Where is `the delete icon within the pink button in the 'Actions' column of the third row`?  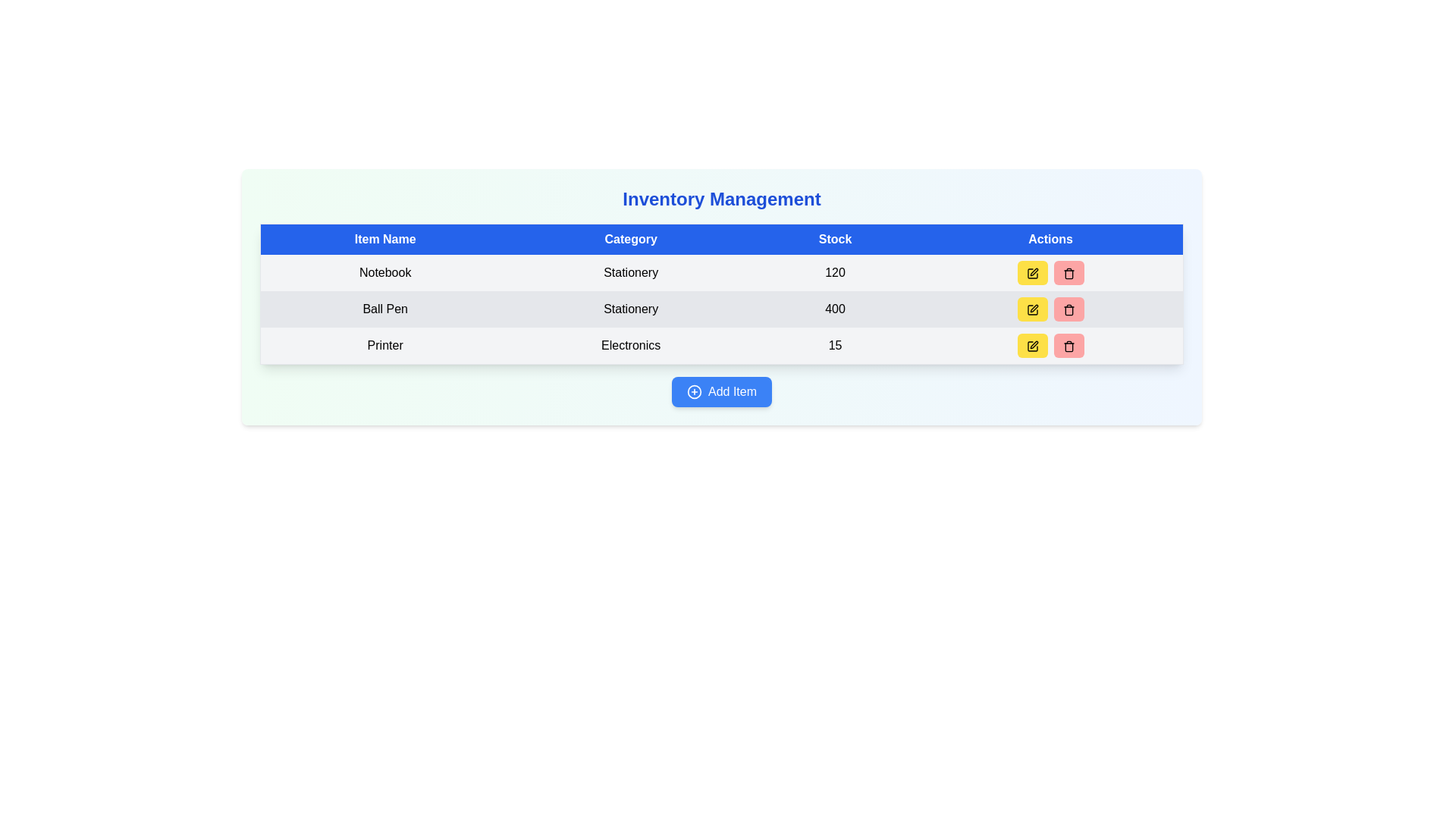
the delete icon within the pink button in the 'Actions' column of the third row is located at coordinates (1068, 273).